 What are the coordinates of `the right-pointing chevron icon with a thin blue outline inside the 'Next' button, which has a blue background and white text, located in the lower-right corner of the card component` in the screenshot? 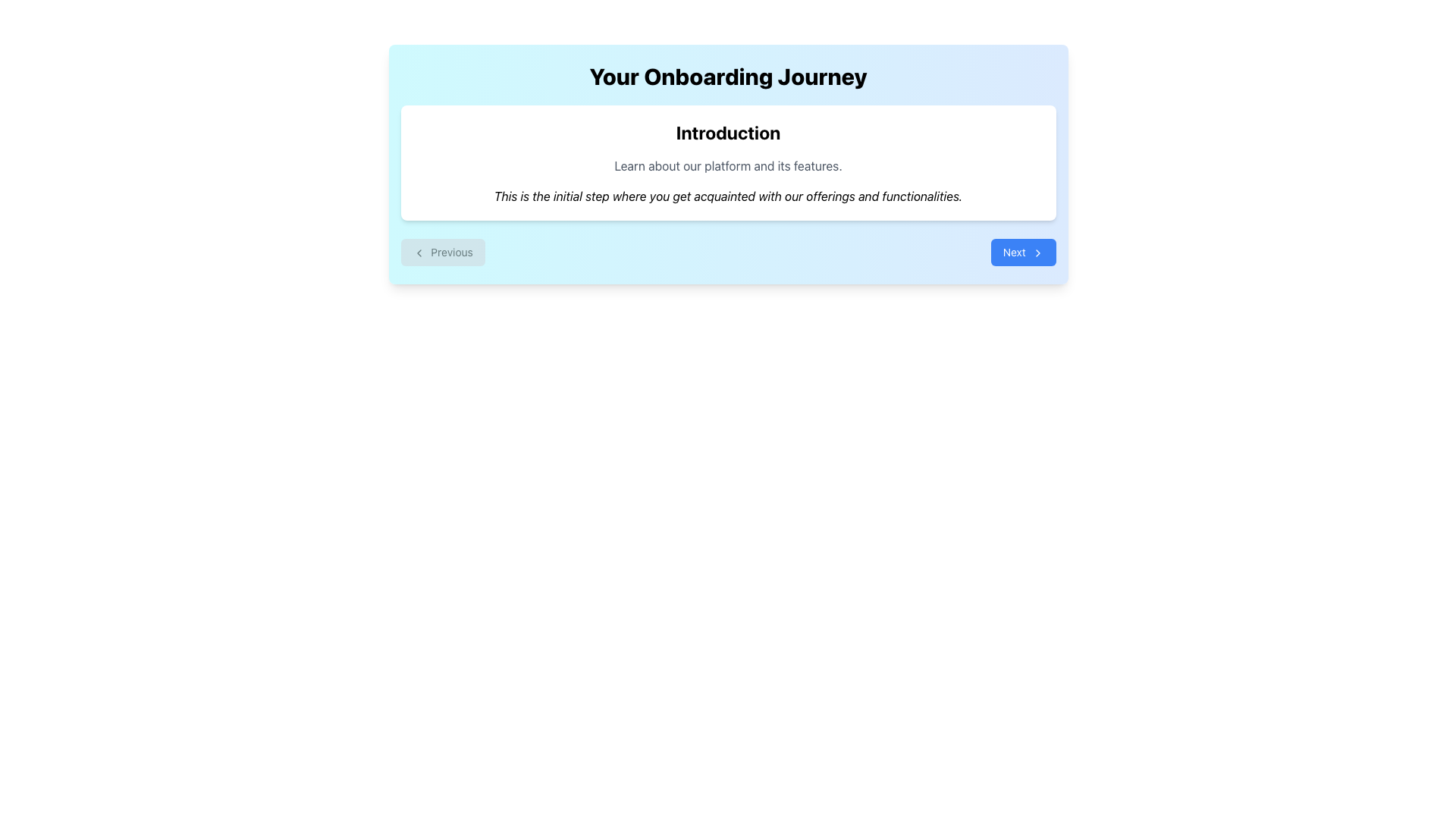 It's located at (1037, 253).